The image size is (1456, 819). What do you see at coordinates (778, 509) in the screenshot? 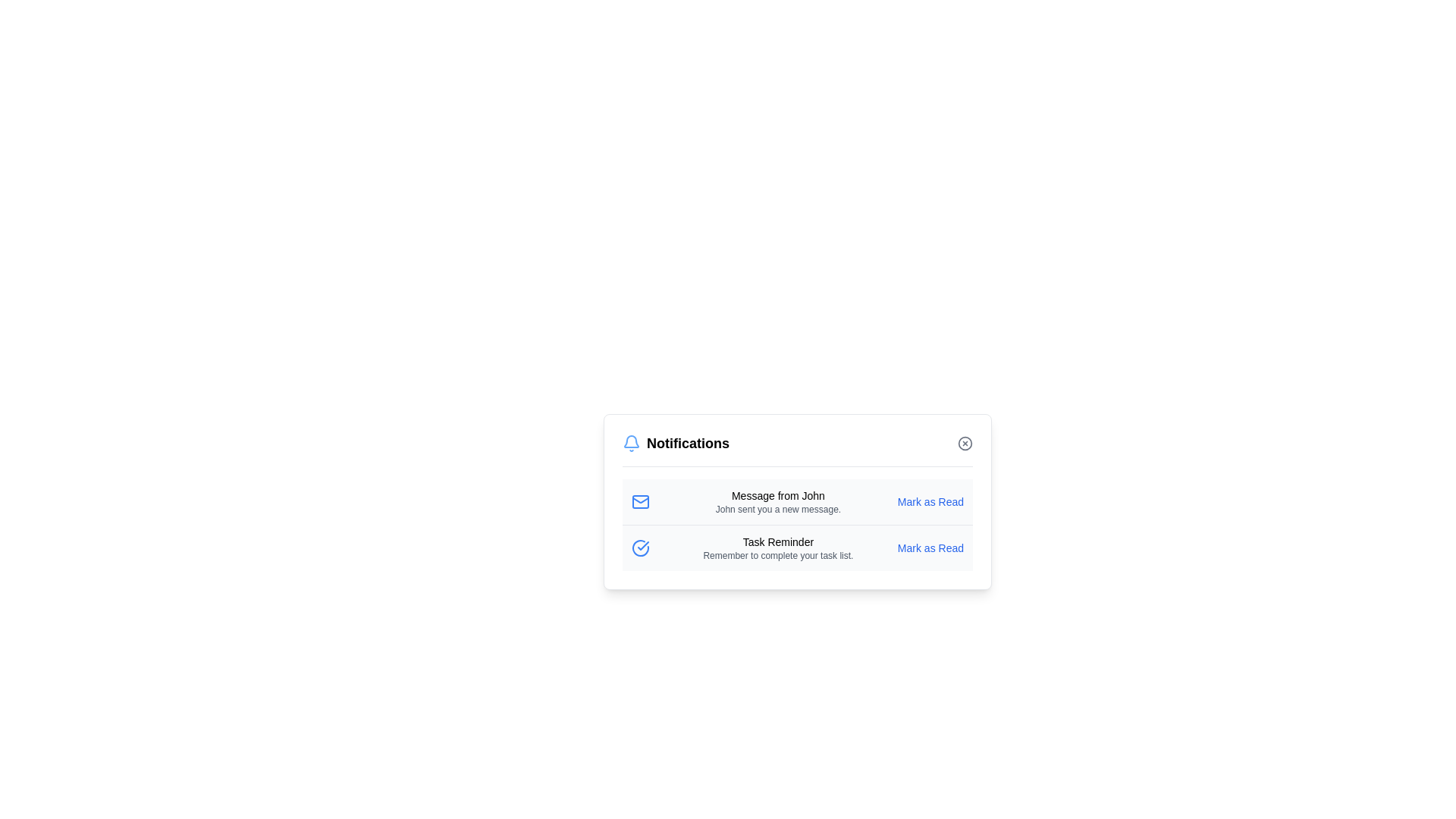
I see `descriptive text indicating that John has sent a new message, located in the notification card under the title 'Message from John'` at bounding box center [778, 509].